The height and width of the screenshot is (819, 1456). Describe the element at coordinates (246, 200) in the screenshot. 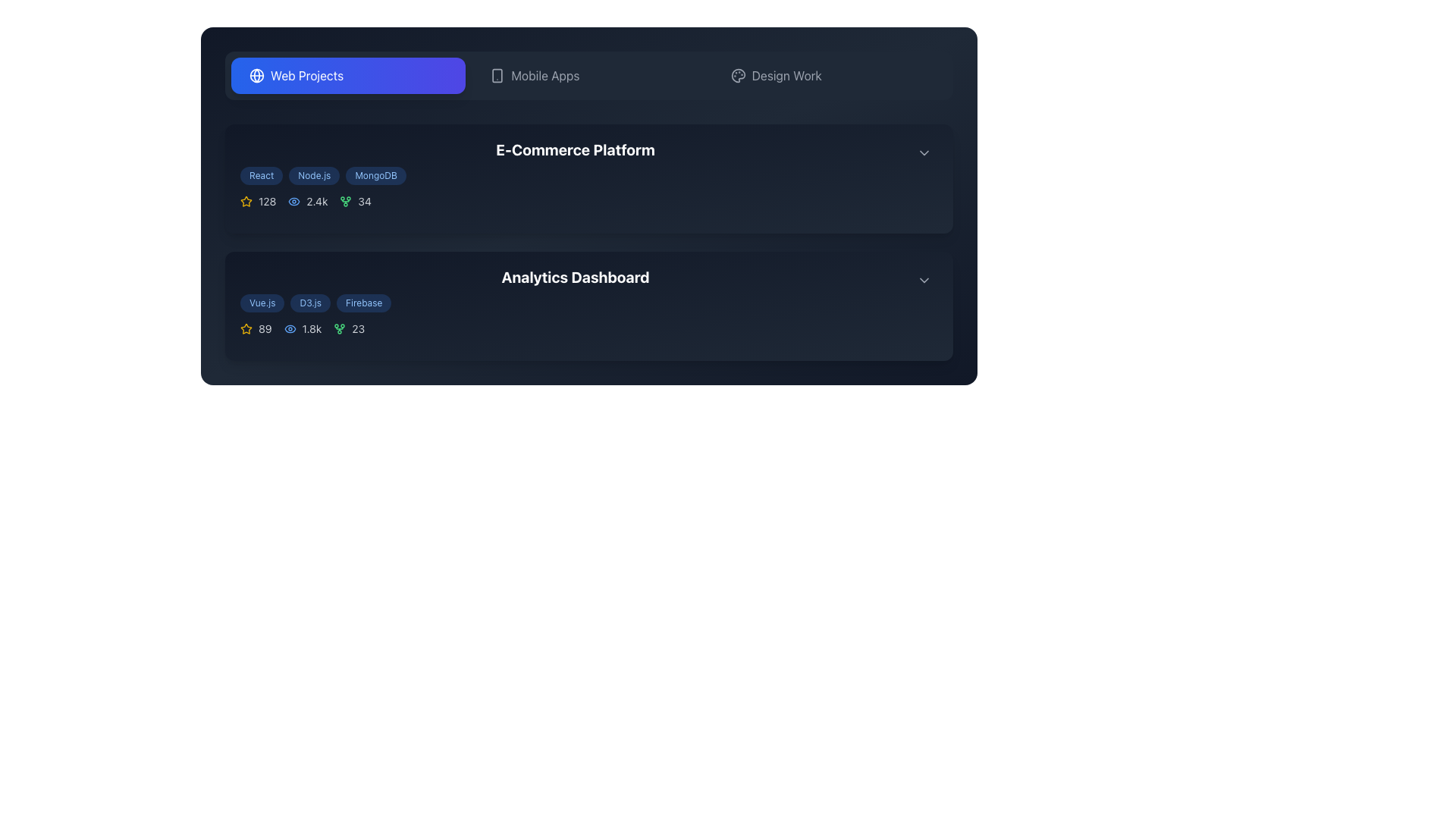

I see `the bright yellow star-shaped icon that indicates a rating or status within the 'Analytics Dashboard' section, positioned as the first visual icon in a row of statistics` at that location.